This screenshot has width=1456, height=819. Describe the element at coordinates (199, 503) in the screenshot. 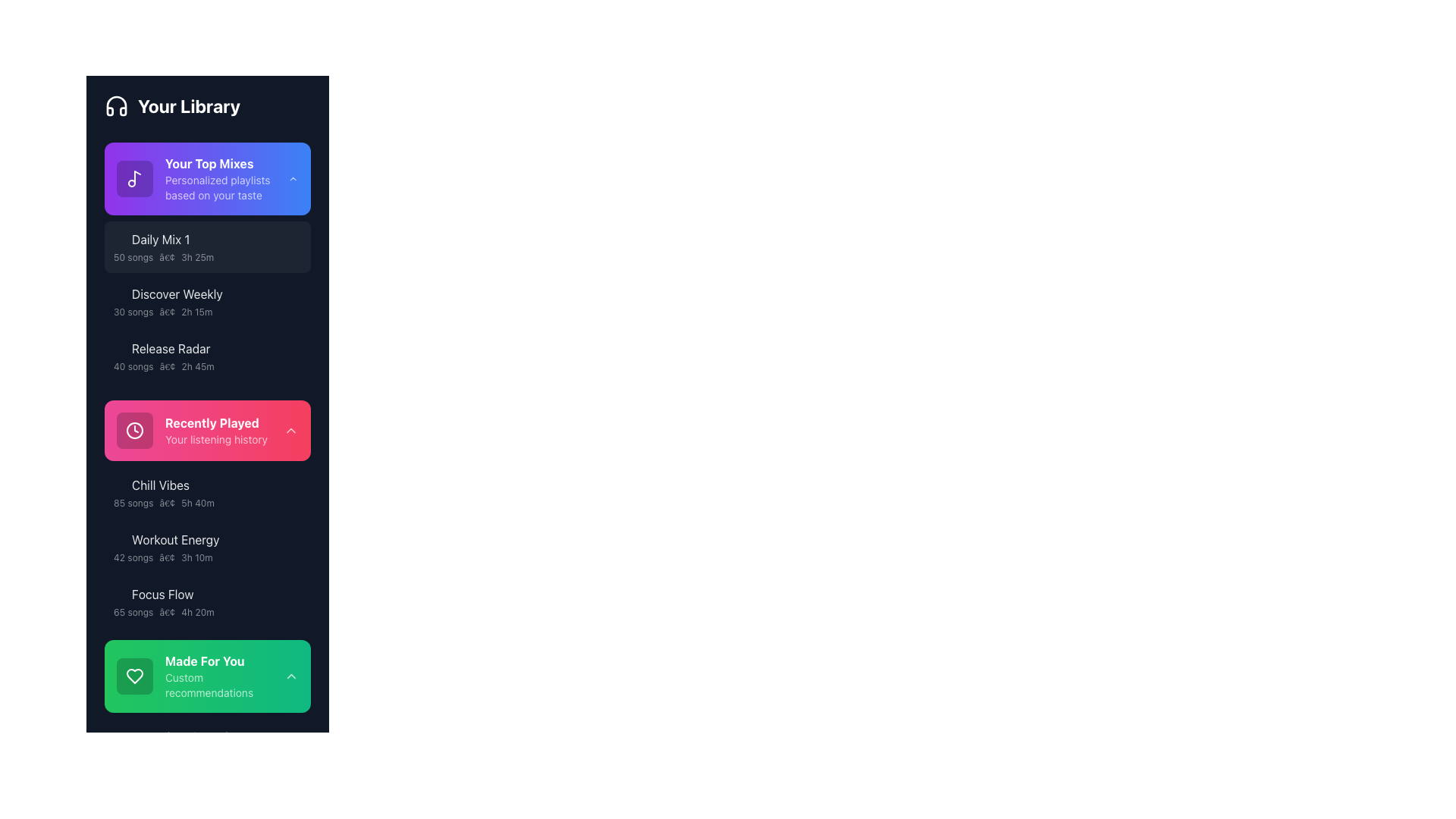

I see `the text label that provides additional information about the 'Chill Vibes' playlist, which is located beneath the 'Chill Vibes' label in the music categories list` at that location.